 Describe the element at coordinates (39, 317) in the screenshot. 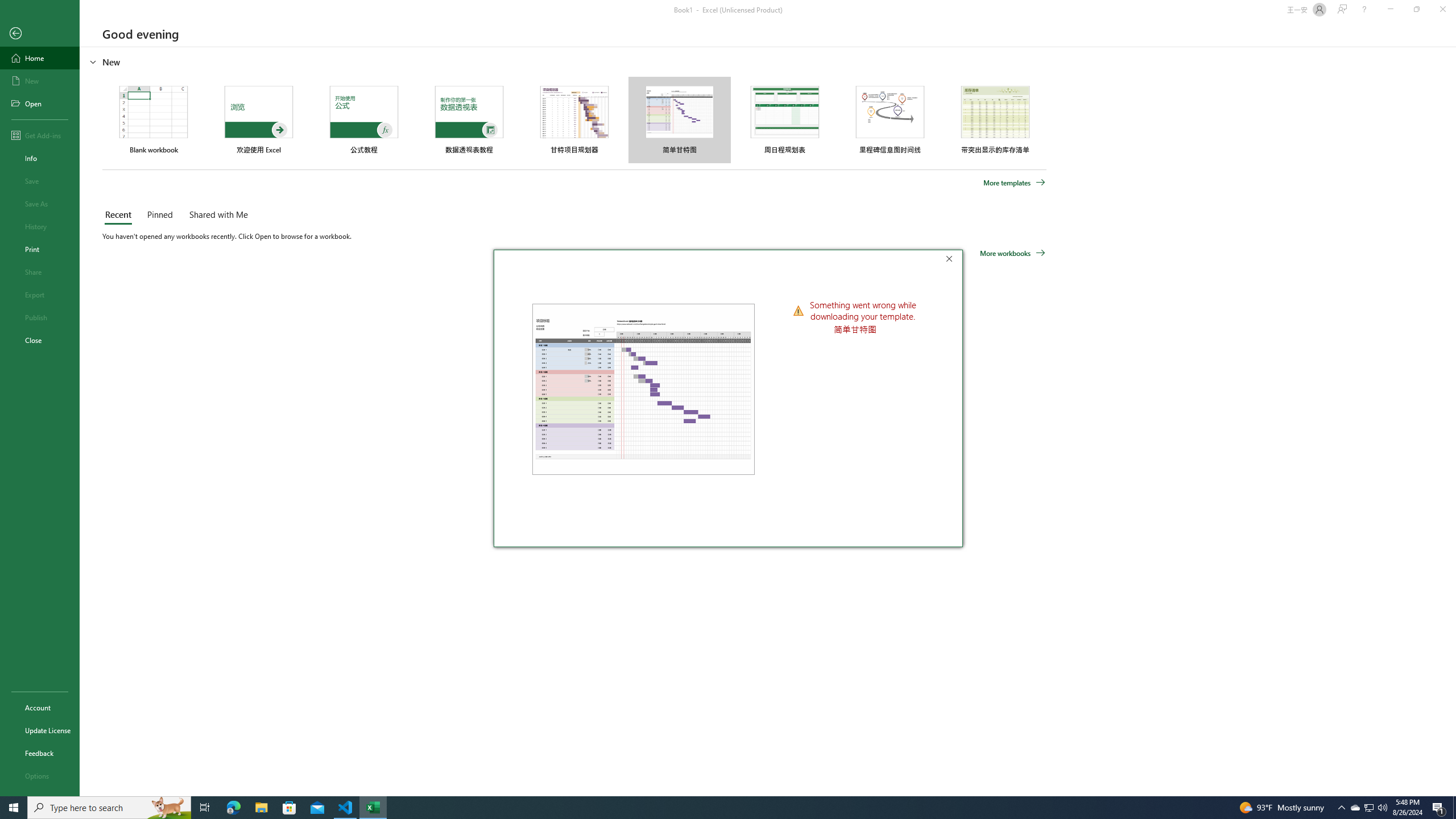

I see `'Publish'` at that location.